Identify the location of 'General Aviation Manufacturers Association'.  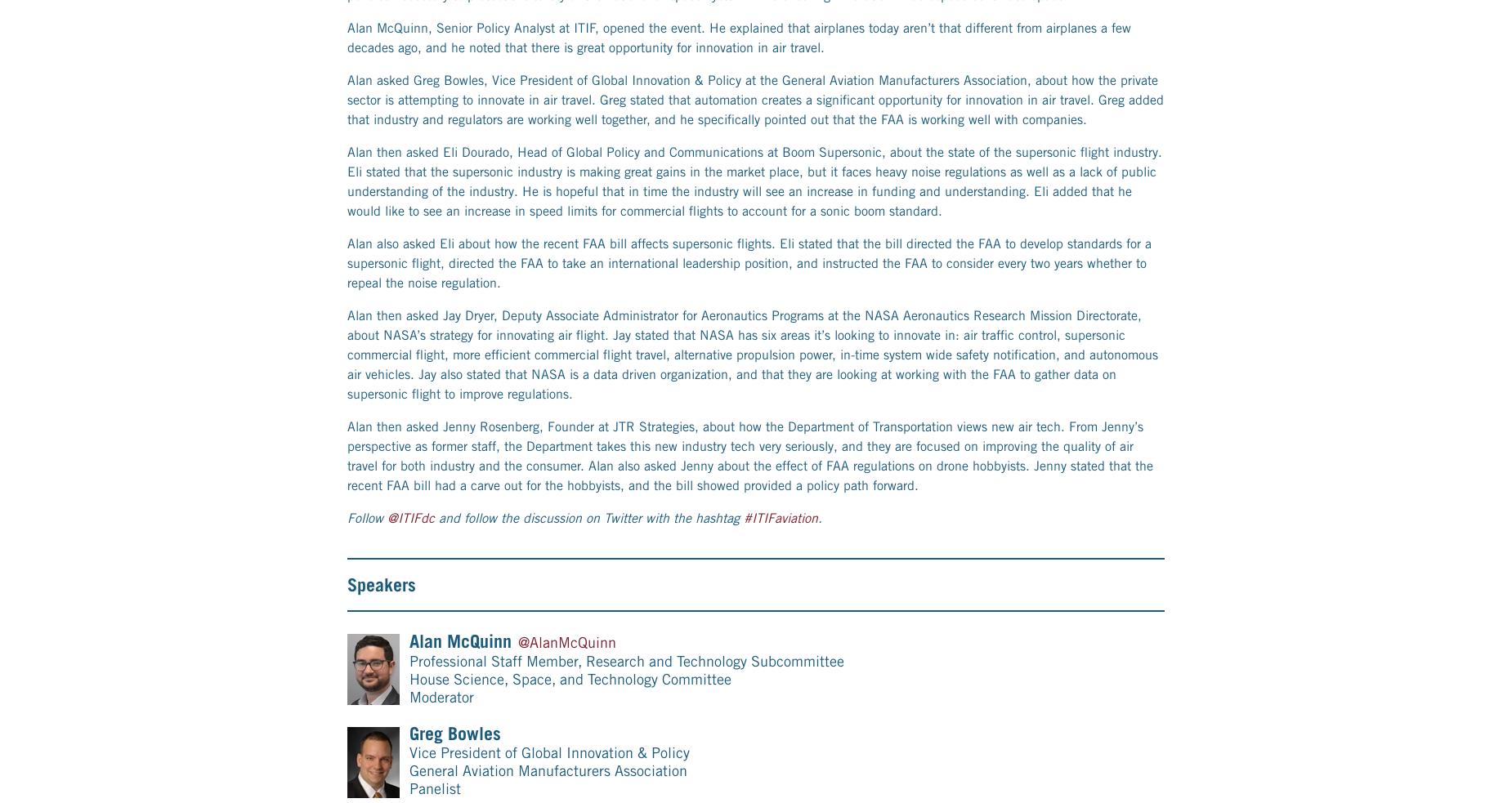
(548, 7).